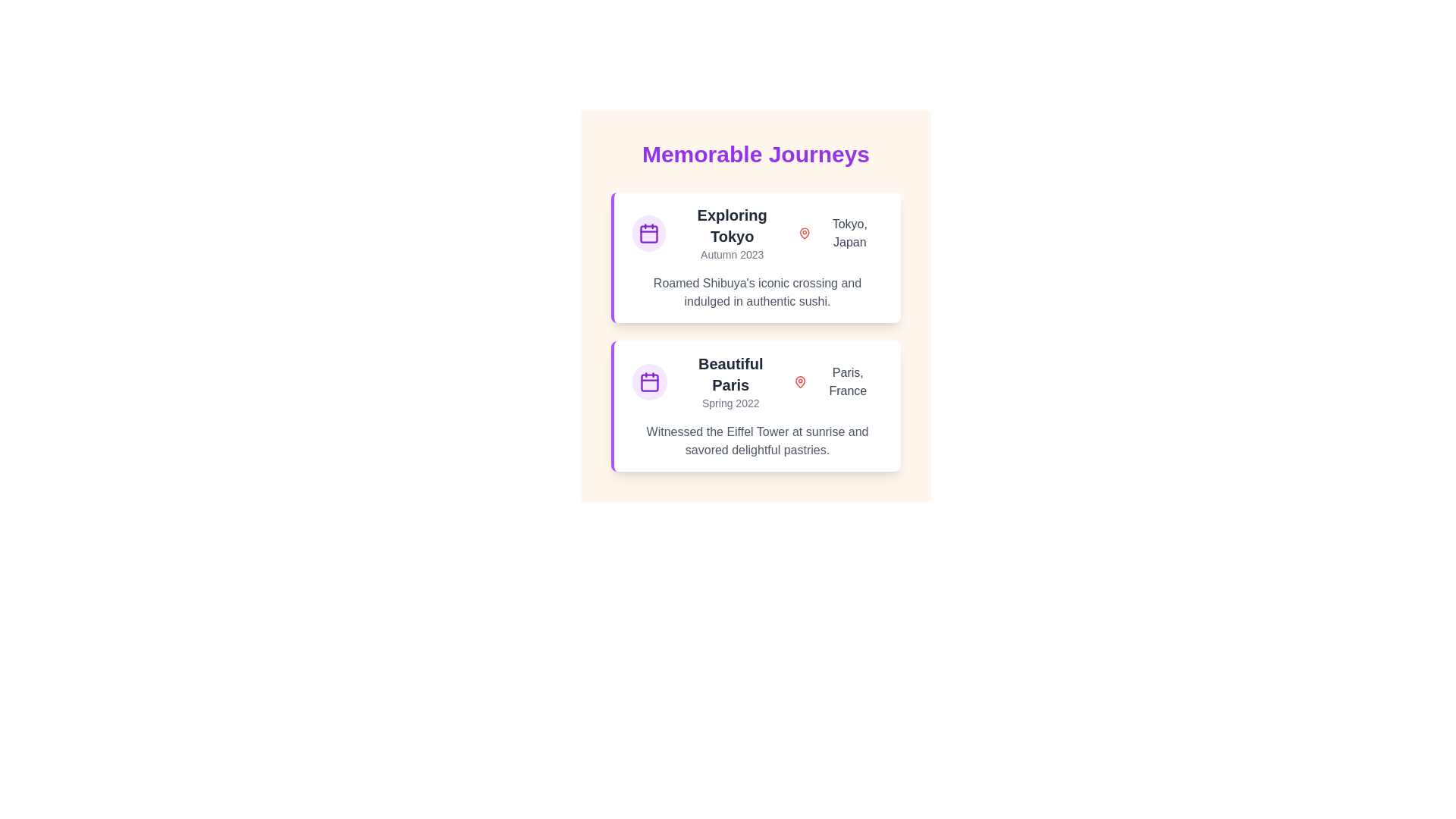 The width and height of the screenshot is (1456, 819). I want to click on location information text positioned within the upper card under the 'Memorable Journeys' section, to the right of a pin icon, so click(849, 234).